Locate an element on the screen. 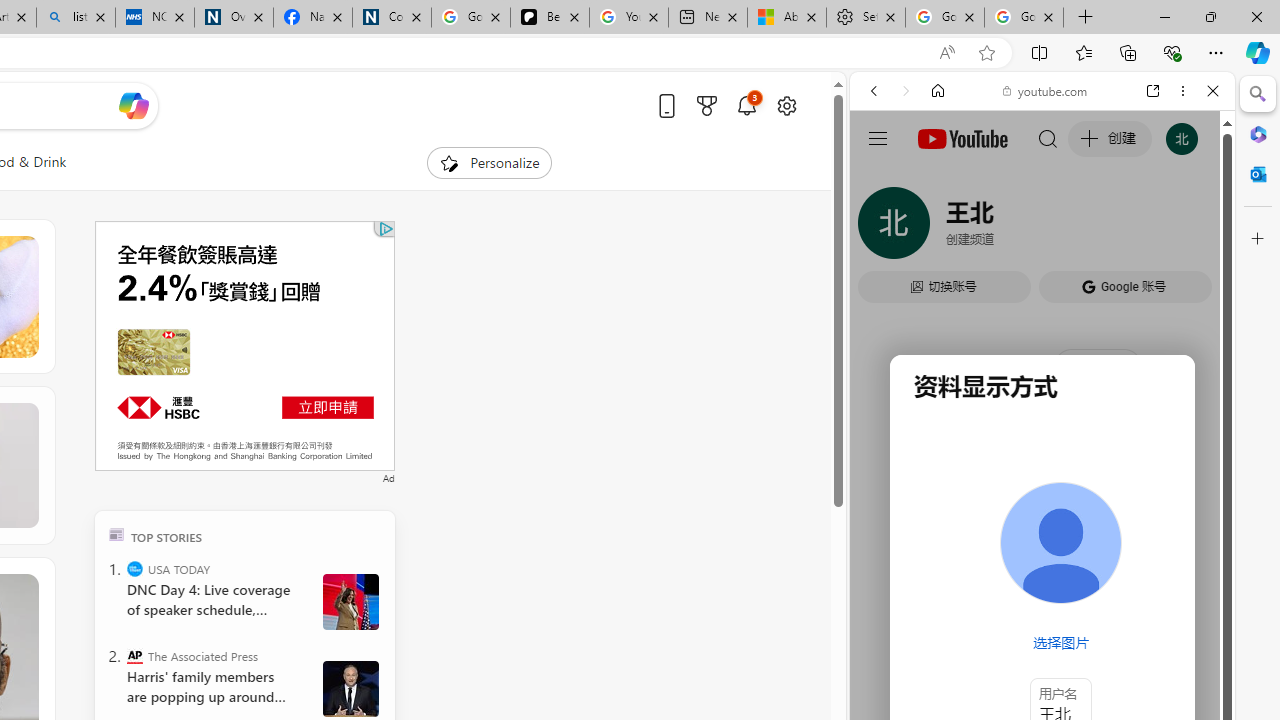 The width and height of the screenshot is (1280, 720). 'Open Copilot' is located at coordinates (132, 105).